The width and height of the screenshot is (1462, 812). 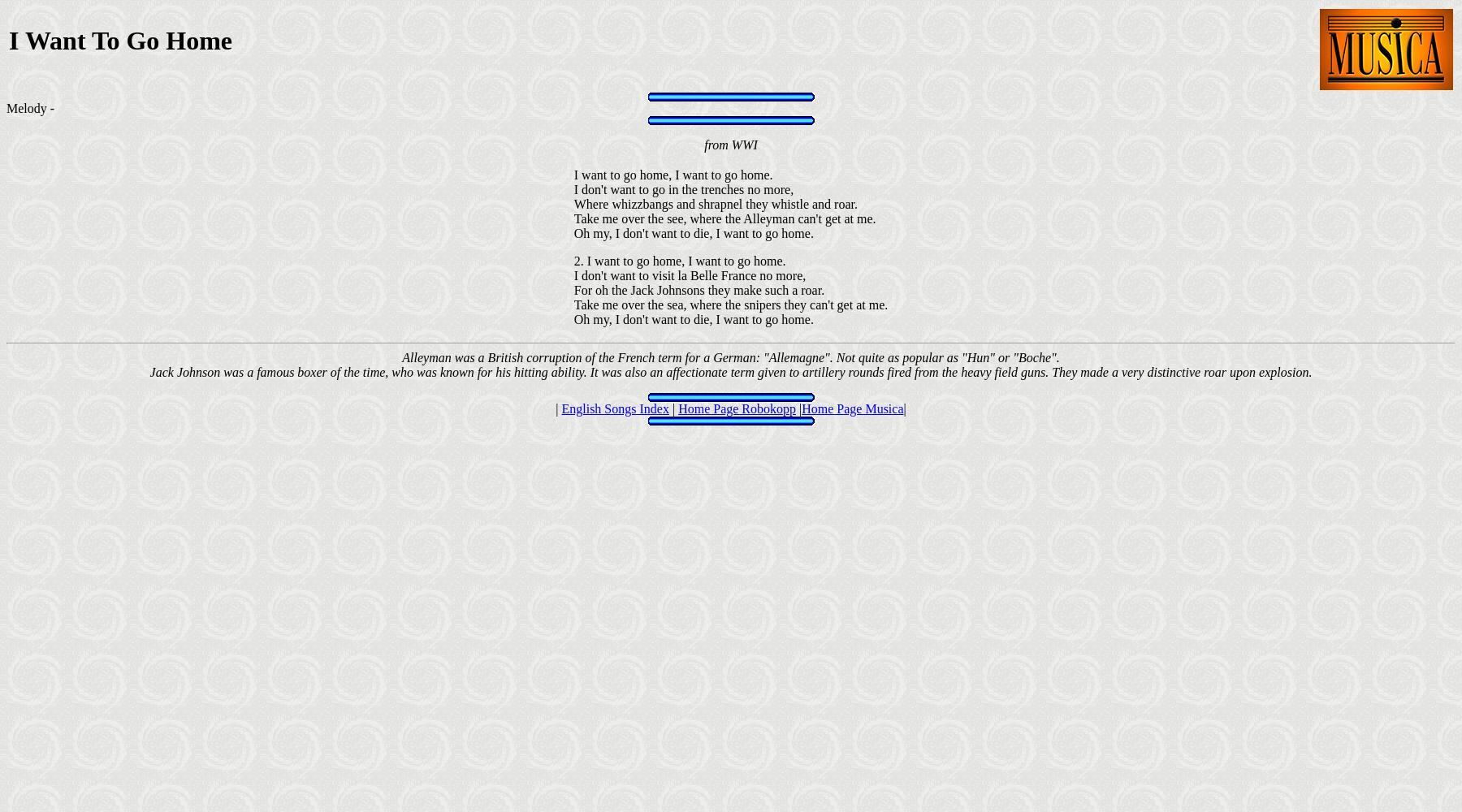 What do you see at coordinates (725, 218) in the screenshot?
I see `'Take me over the see, where the Alleyman can't get at me.'` at bounding box center [725, 218].